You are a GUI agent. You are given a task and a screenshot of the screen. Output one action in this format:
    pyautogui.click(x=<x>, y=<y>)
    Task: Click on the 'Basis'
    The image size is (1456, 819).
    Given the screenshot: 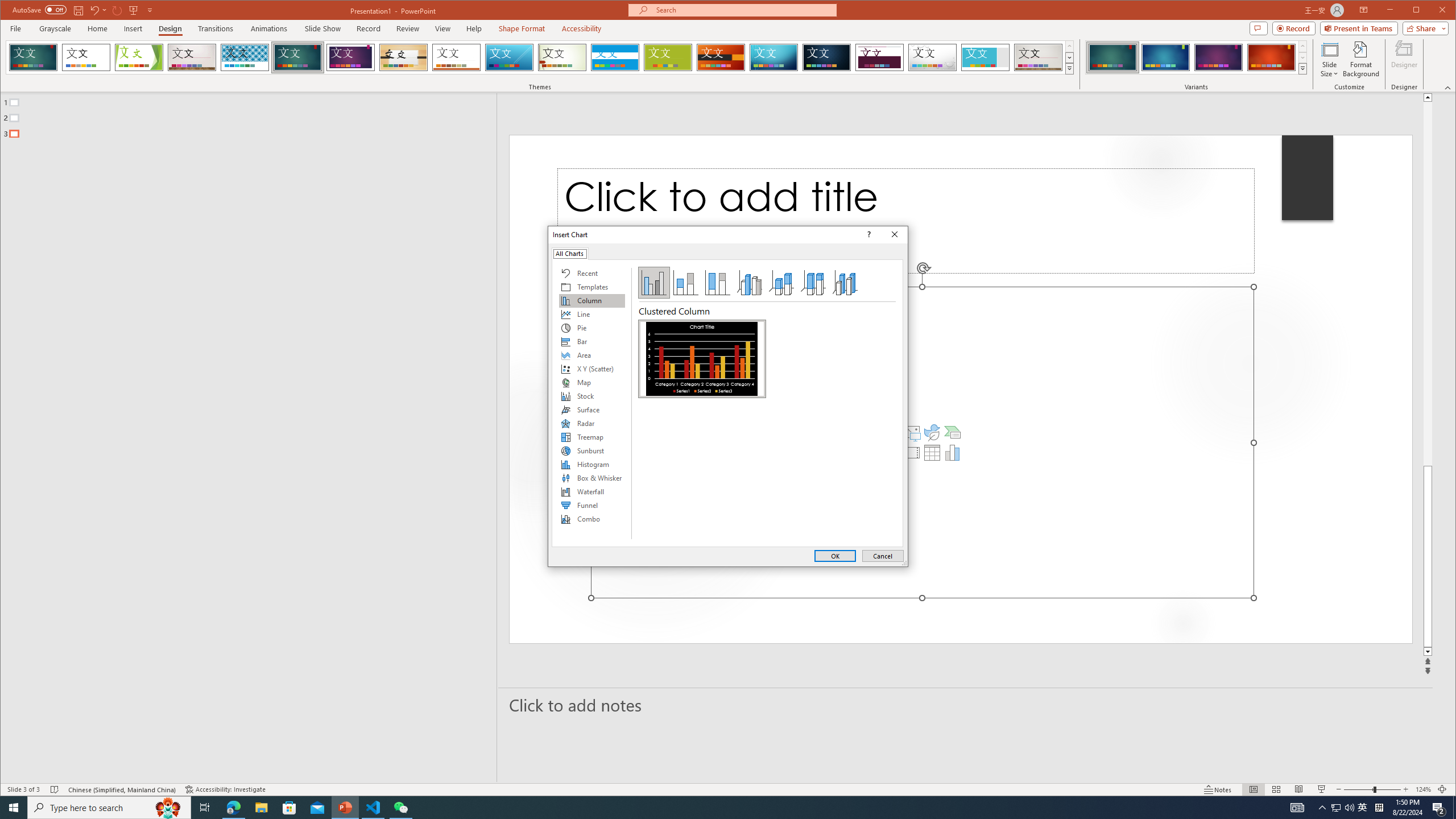 What is the action you would take?
    pyautogui.click(x=668, y=57)
    